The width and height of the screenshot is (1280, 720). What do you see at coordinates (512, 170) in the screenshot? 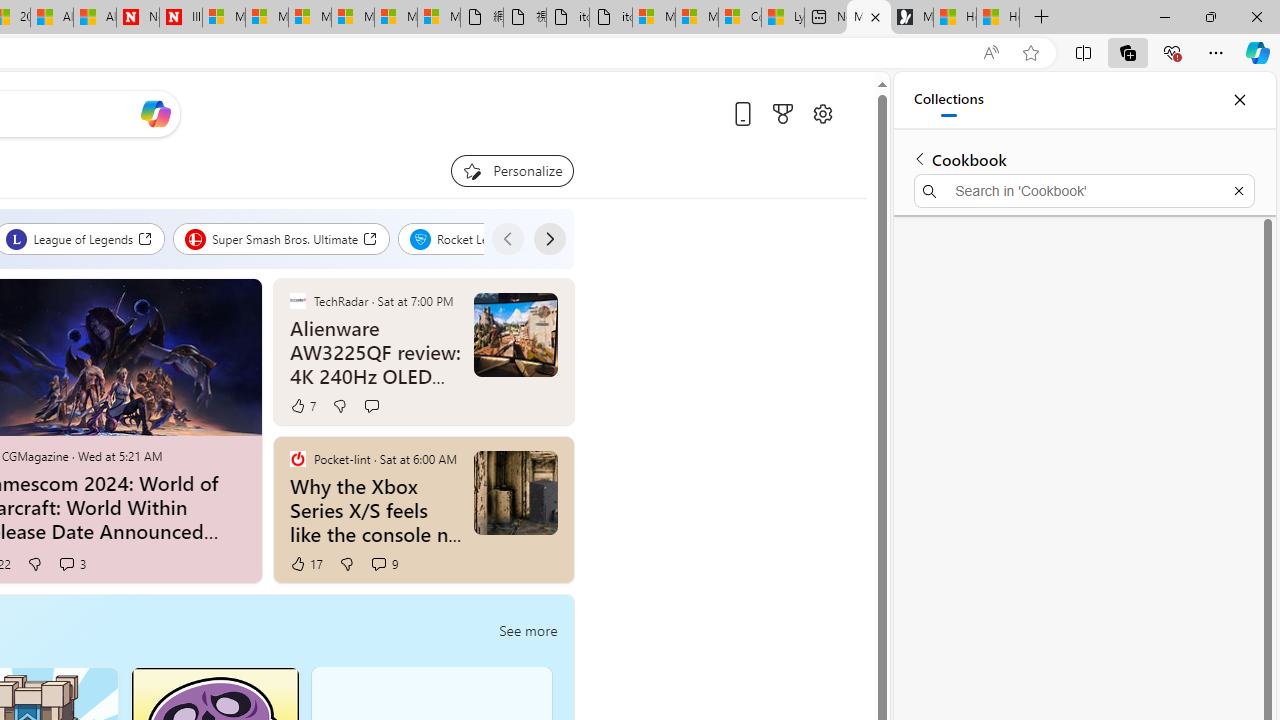
I see `'Personalize your feed"'` at bounding box center [512, 170].